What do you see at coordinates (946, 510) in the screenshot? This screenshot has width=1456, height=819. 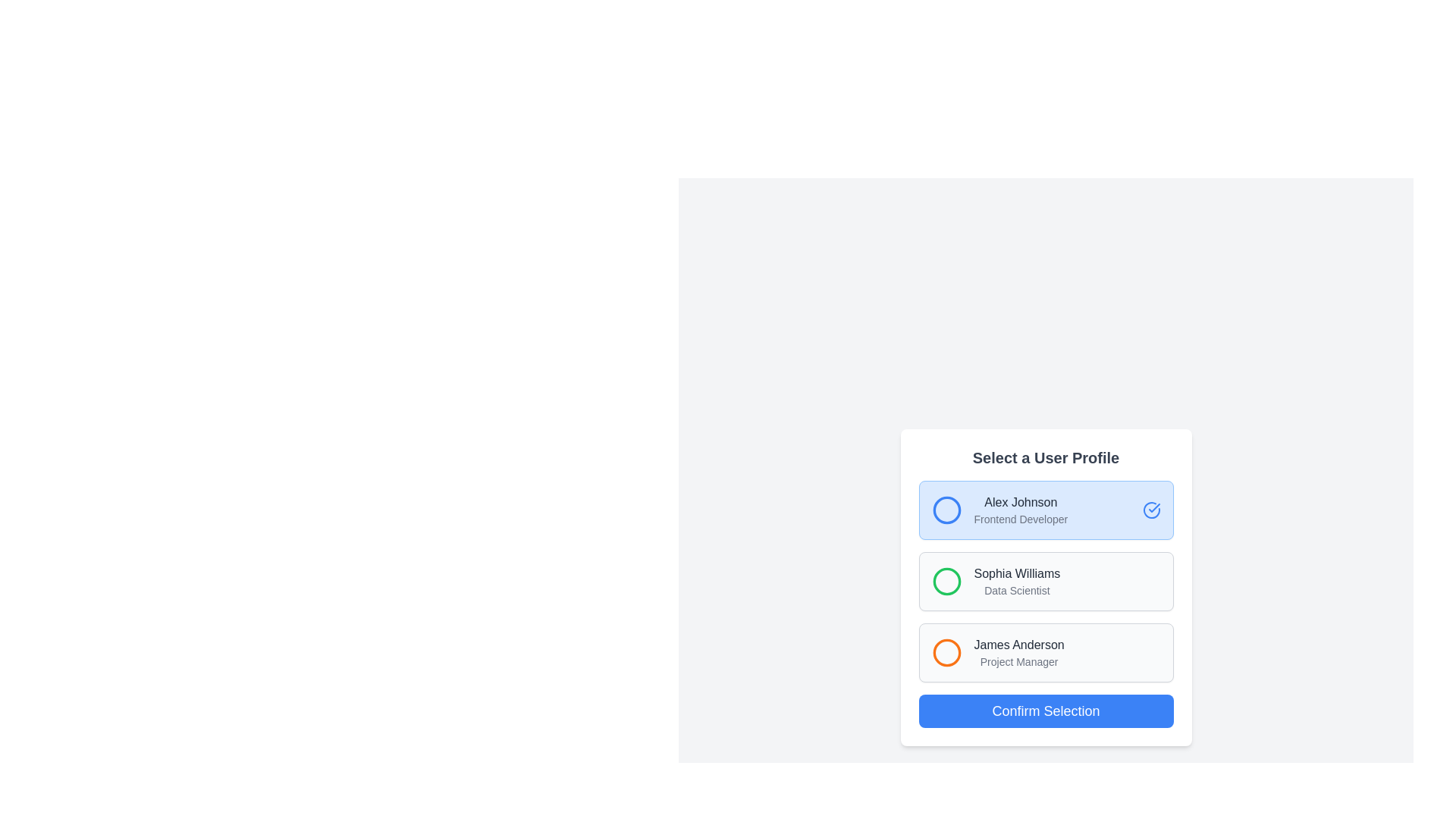 I see `the circular icon located to the left of the text 'Alex Johnson' and 'Frontend Developer' within the user profile card` at bounding box center [946, 510].